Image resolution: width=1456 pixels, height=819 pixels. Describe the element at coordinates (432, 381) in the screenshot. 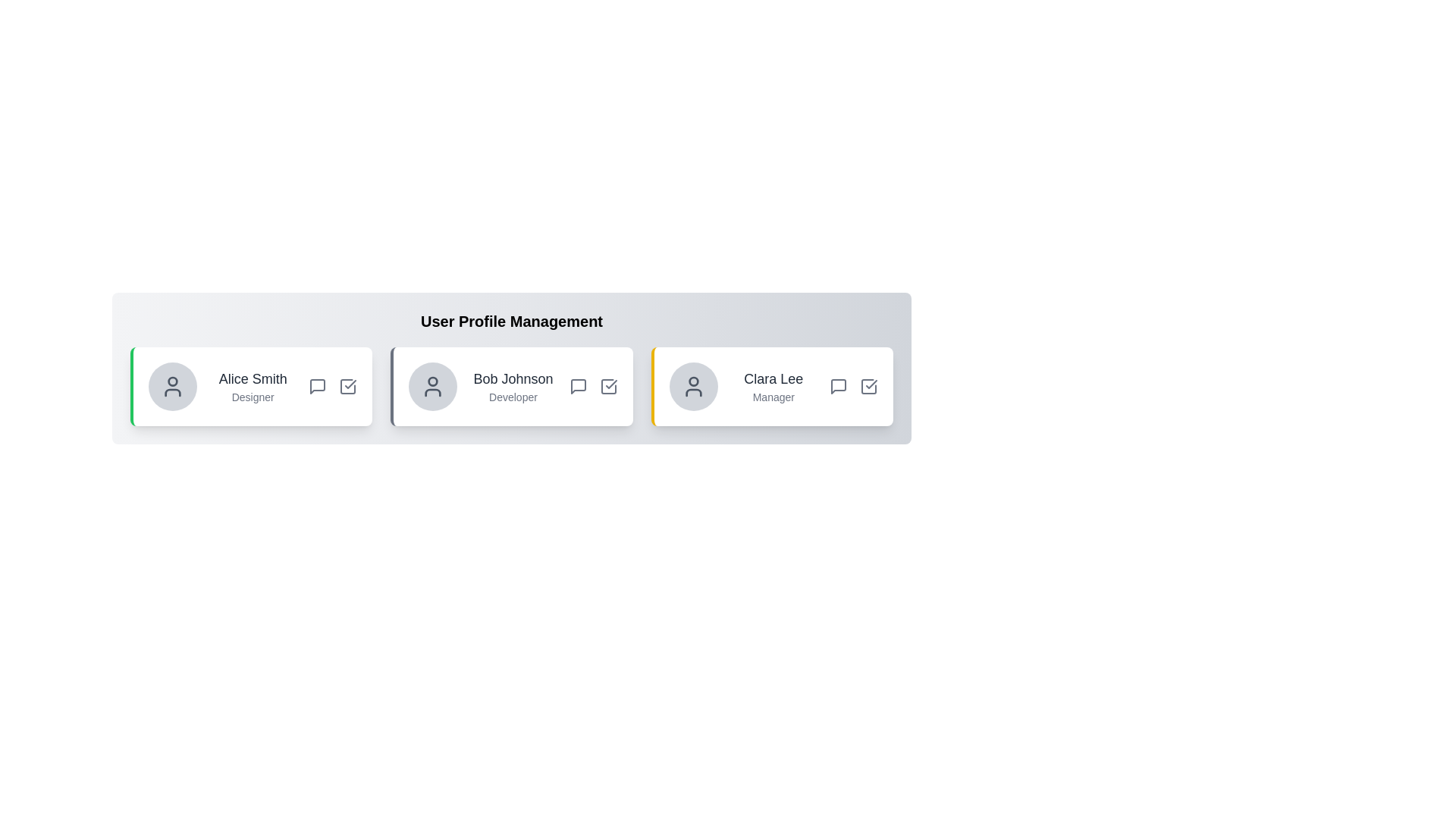

I see `the circular avatar icon representing the user 'Bob Johnson' in the profile management interface` at that location.